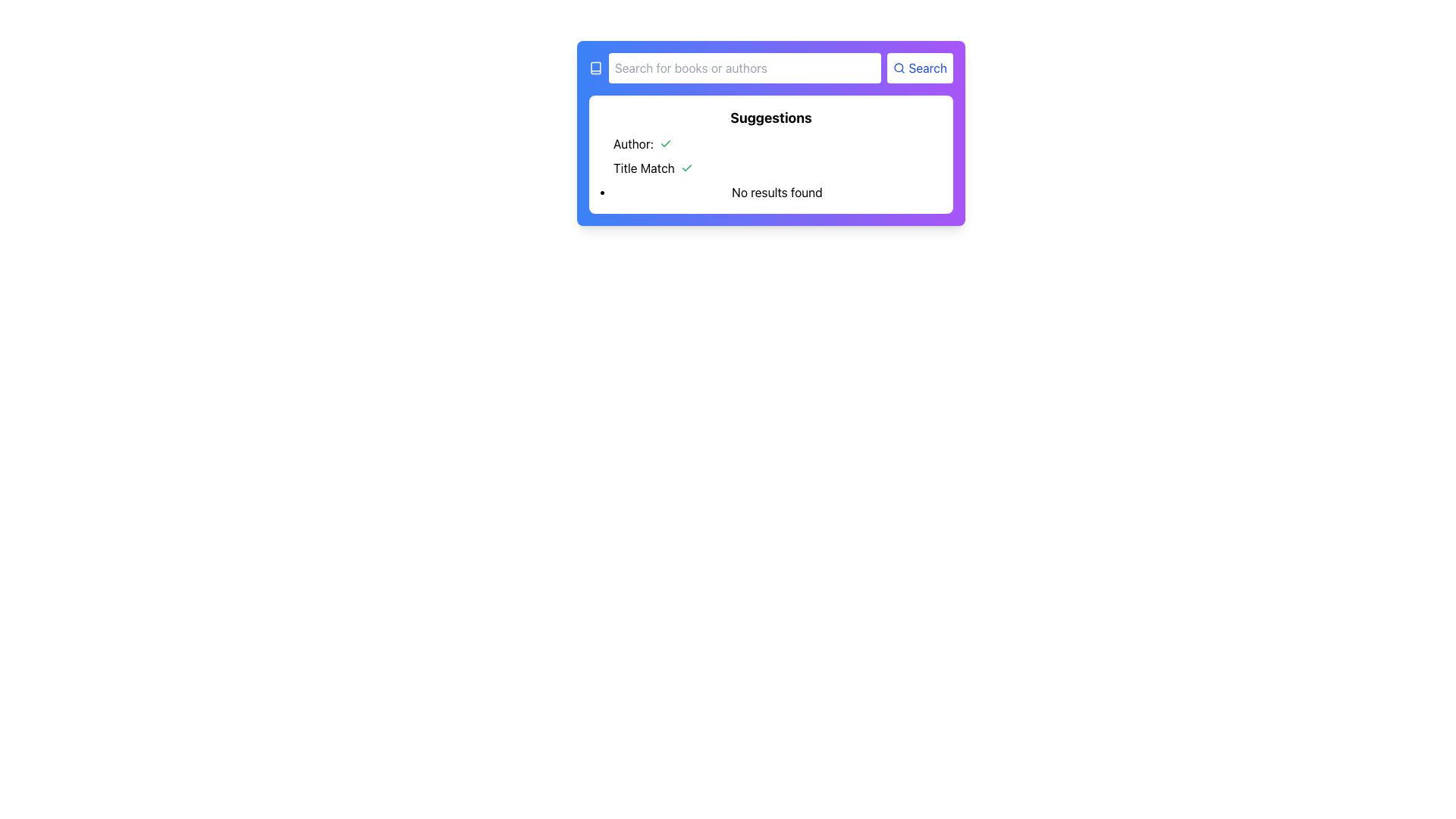  I want to click on the circular magnifying glass icon located inside the 'Search' button, so click(899, 67).